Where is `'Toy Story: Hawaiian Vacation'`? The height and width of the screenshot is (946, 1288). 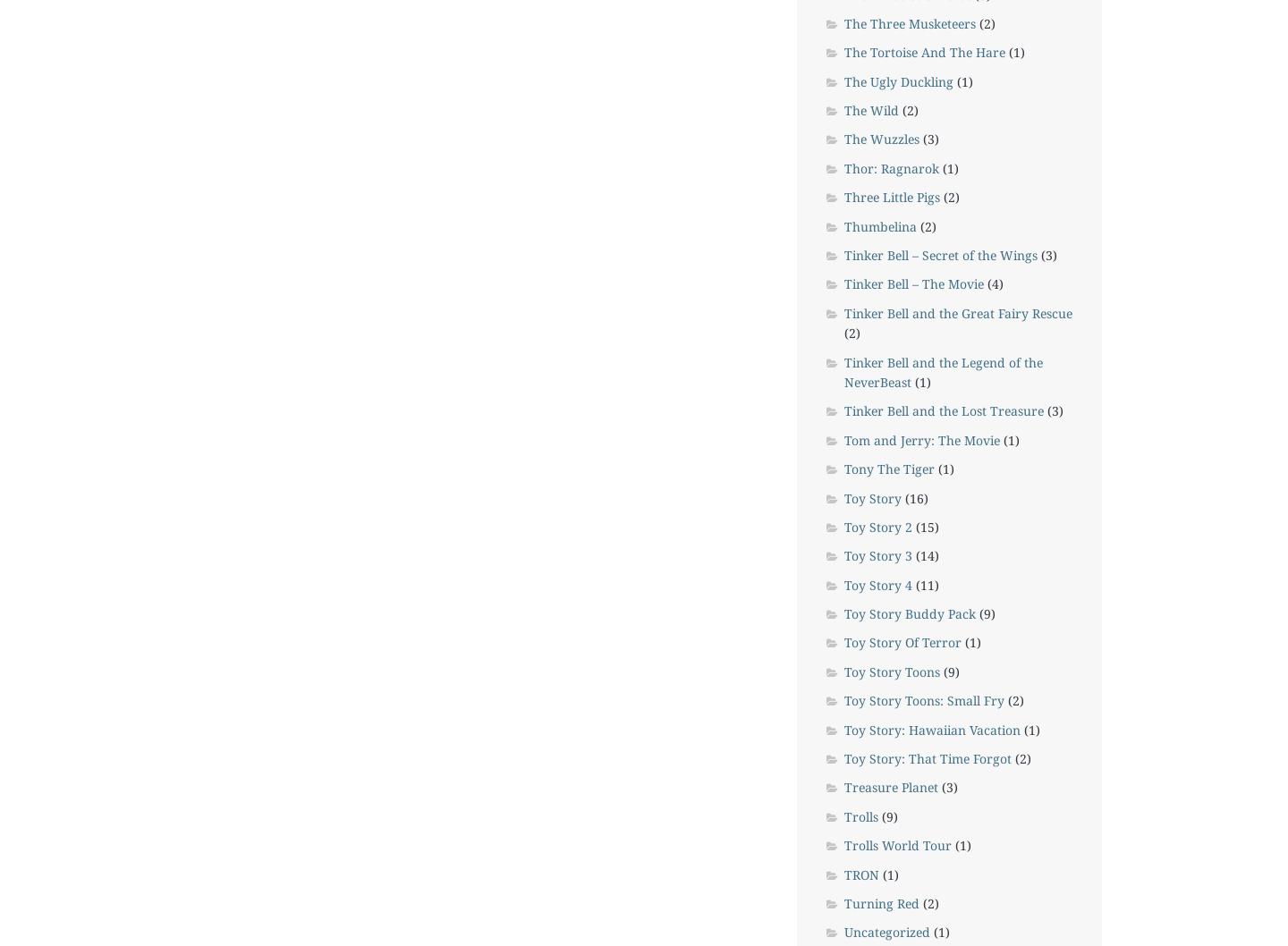
'Toy Story: Hawaiian Vacation' is located at coordinates (843, 728).